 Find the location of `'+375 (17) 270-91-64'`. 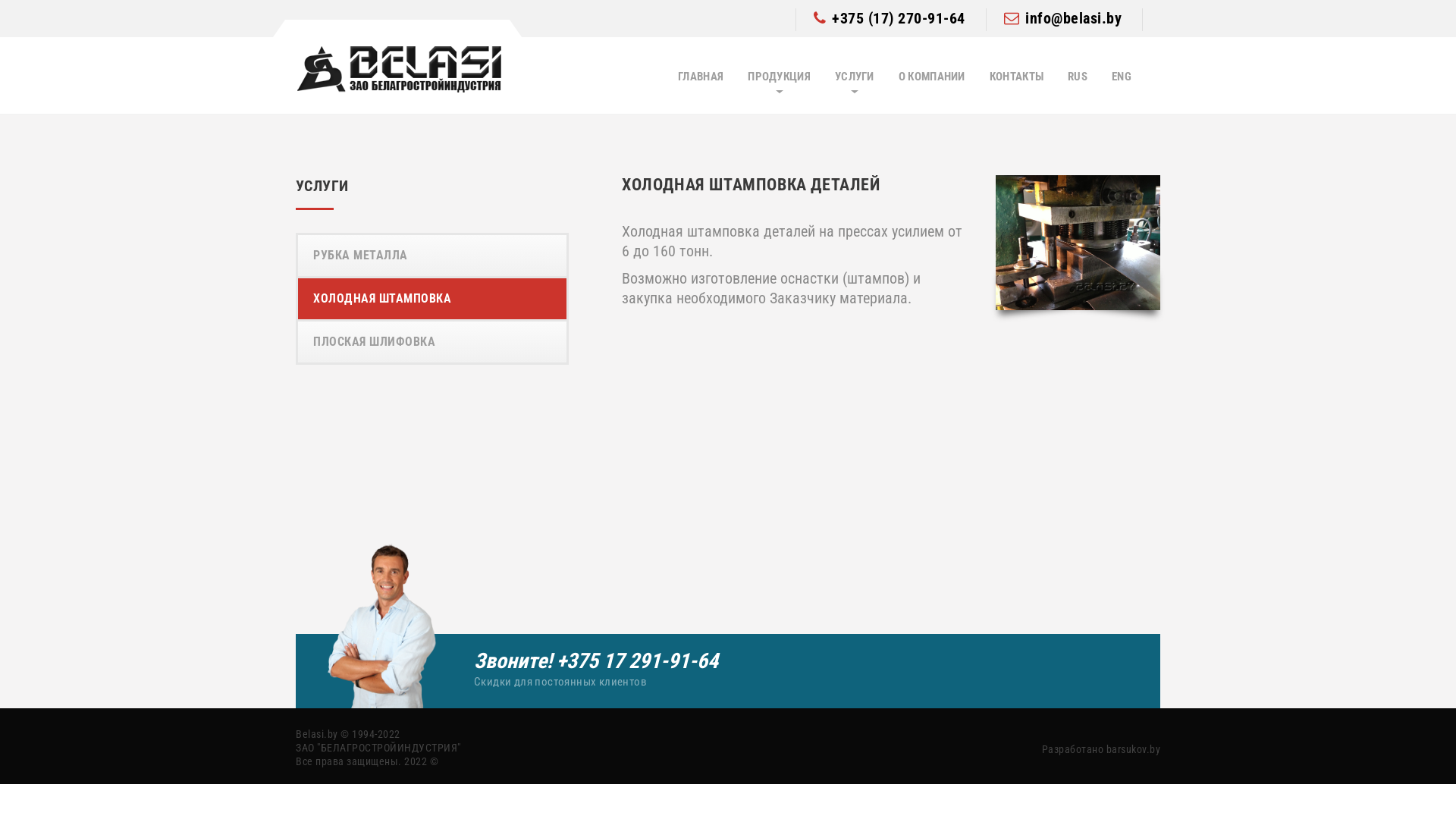

'+375 (17) 270-91-64' is located at coordinates (888, 17).